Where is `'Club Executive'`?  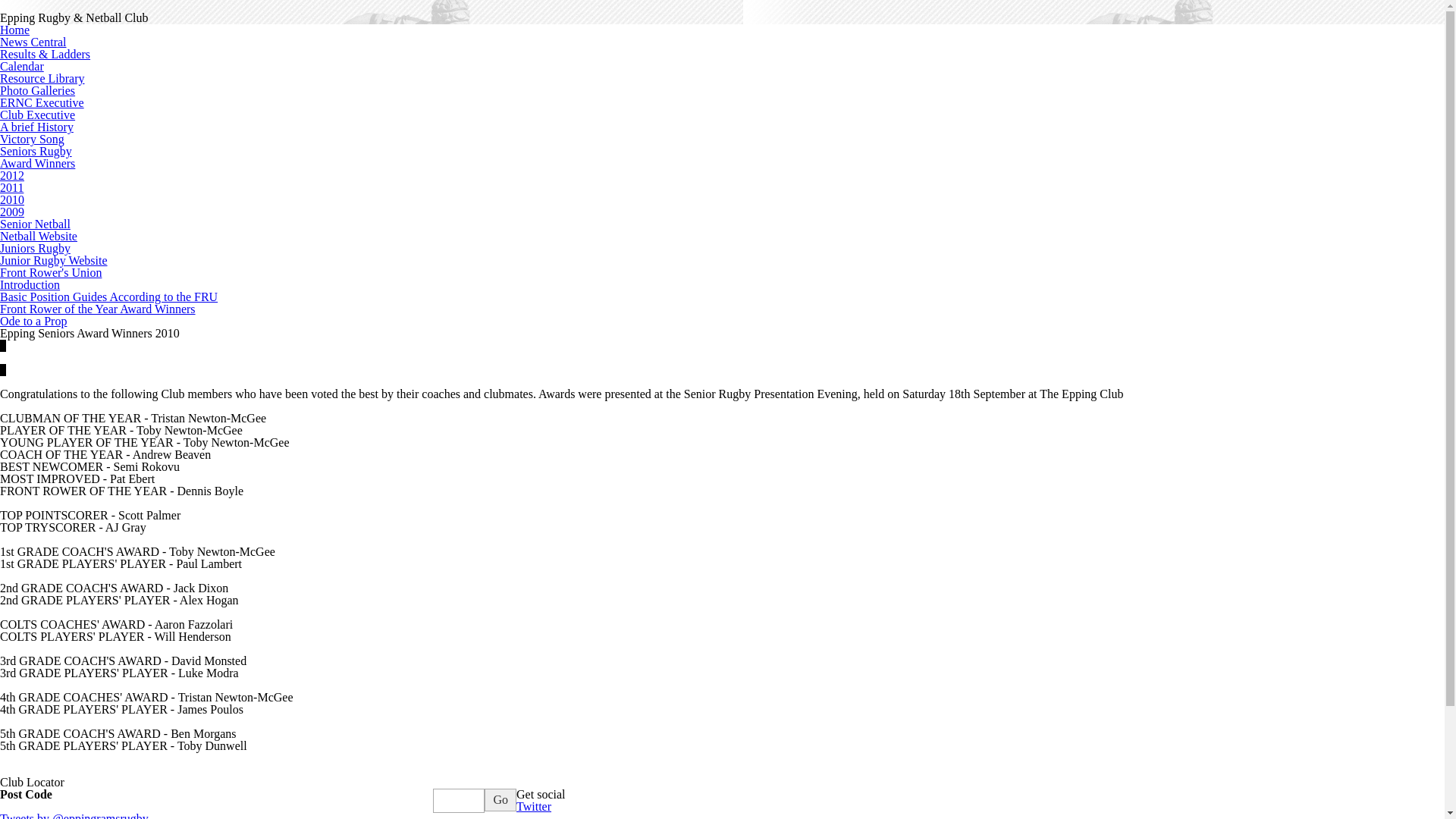 'Club Executive' is located at coordinates (37, 114).